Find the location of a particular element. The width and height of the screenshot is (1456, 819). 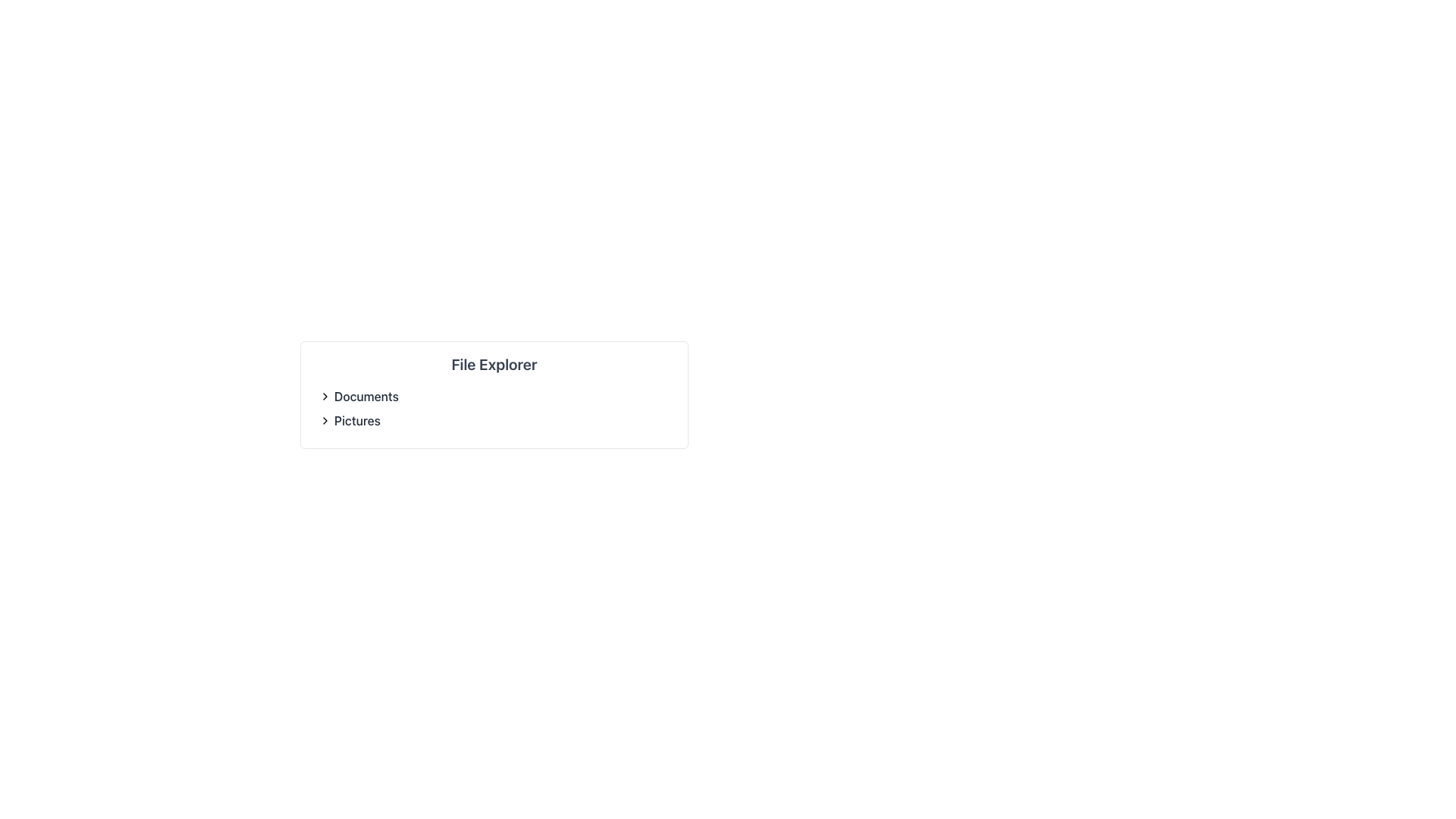

the 'Documents' text label, which is positioned under the 'File Explorer' header and is the first entry in a vertical list is located at coordinates (366, 396).